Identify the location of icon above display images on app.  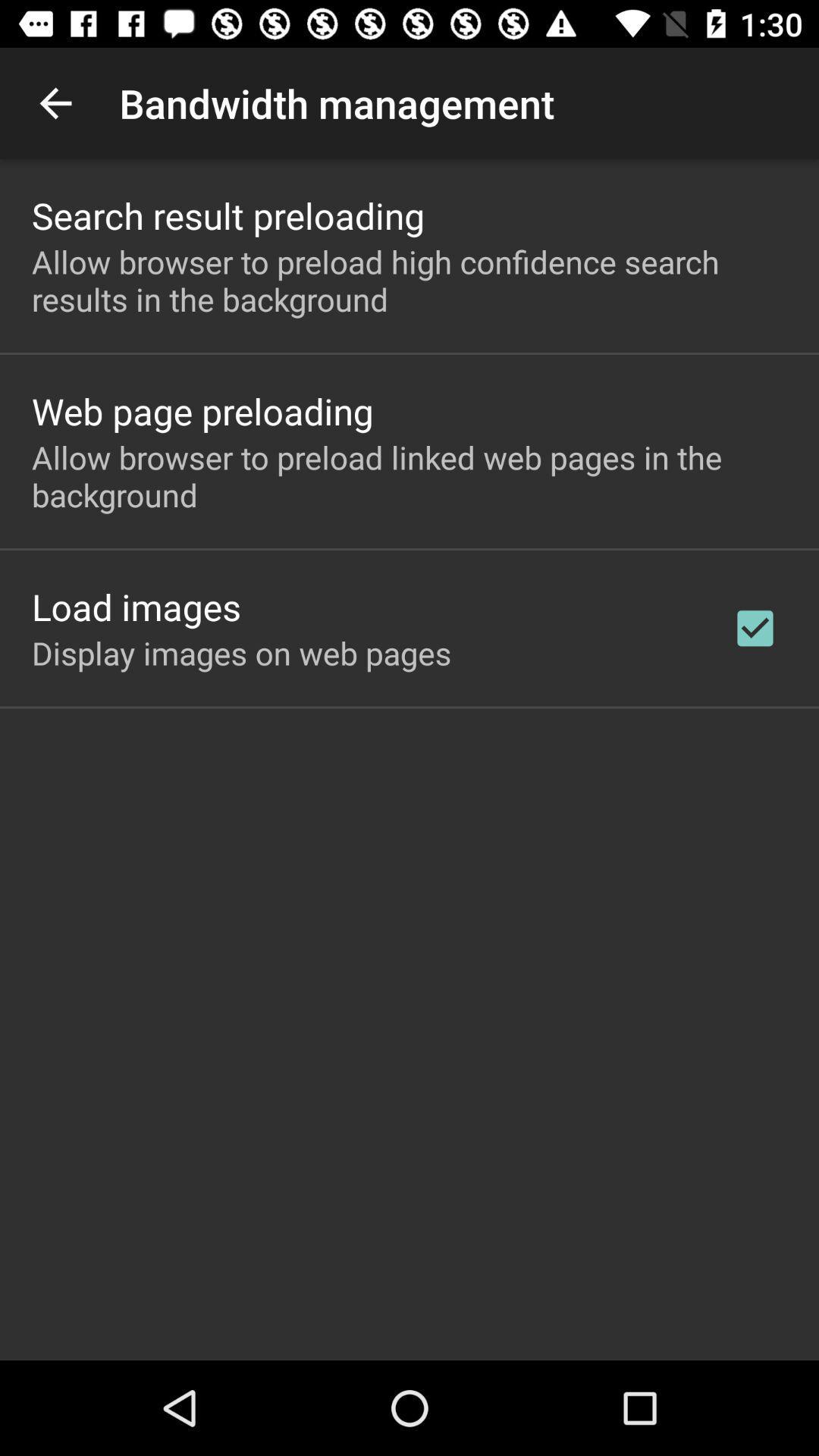
(136, 607).